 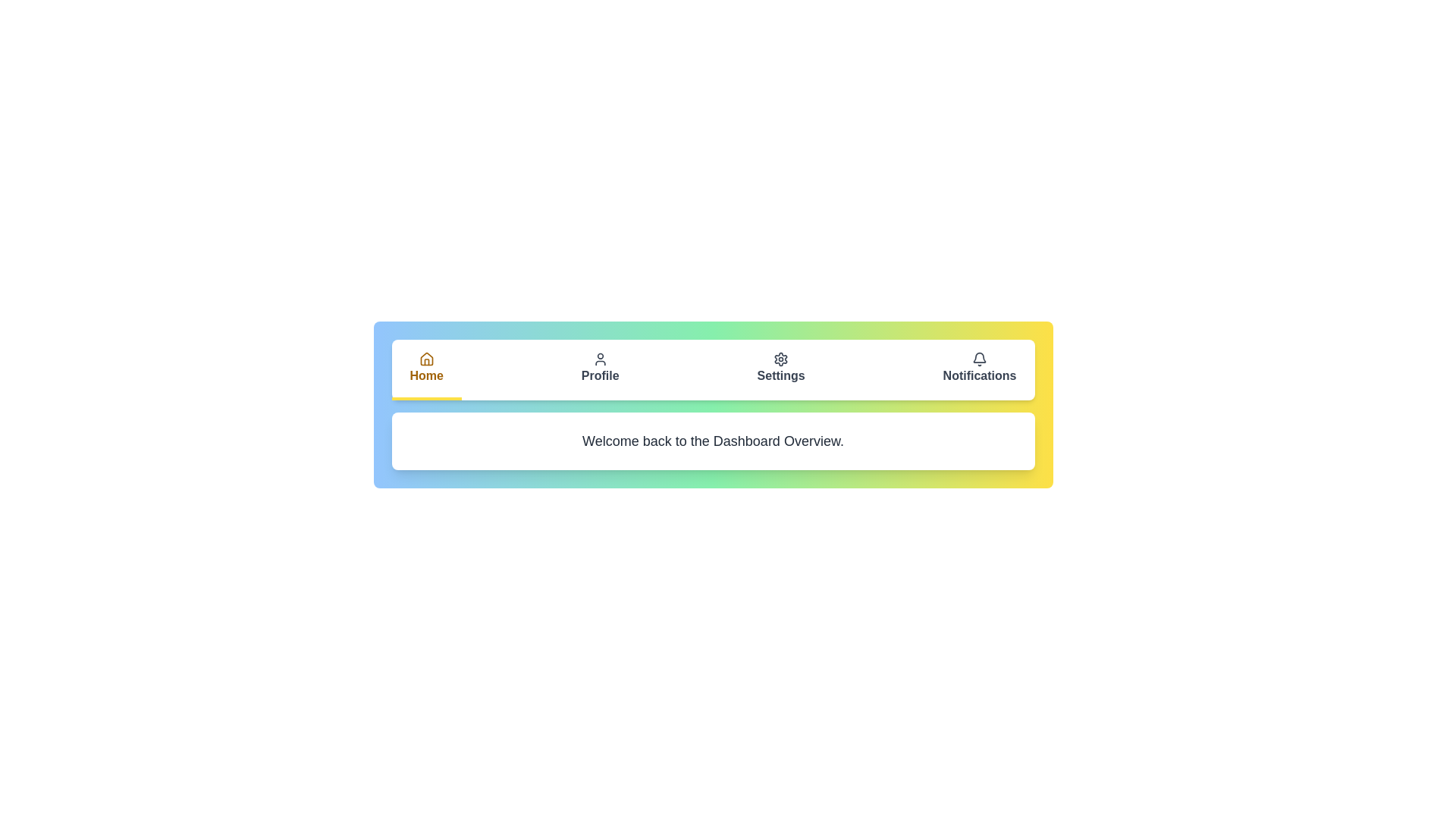 I want to click on the 'Notifications' text label, which is the last element in the navigation row, so click(x=979, y=375).